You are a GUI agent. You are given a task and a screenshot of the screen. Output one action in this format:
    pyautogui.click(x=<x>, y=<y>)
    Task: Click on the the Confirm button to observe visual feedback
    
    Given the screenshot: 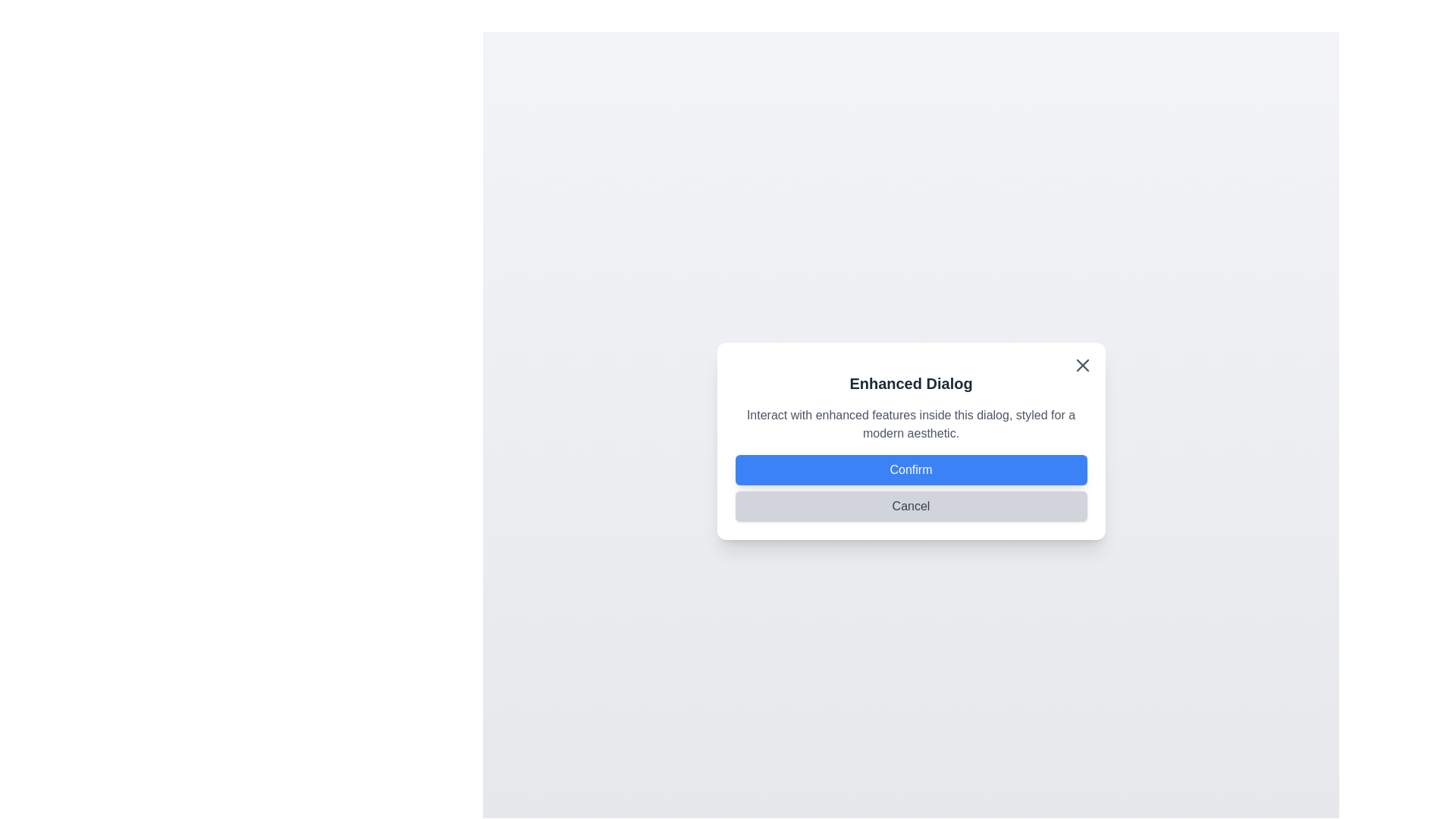 What is the action you would take?
    pyautogui.click(x=910, y=469)
    